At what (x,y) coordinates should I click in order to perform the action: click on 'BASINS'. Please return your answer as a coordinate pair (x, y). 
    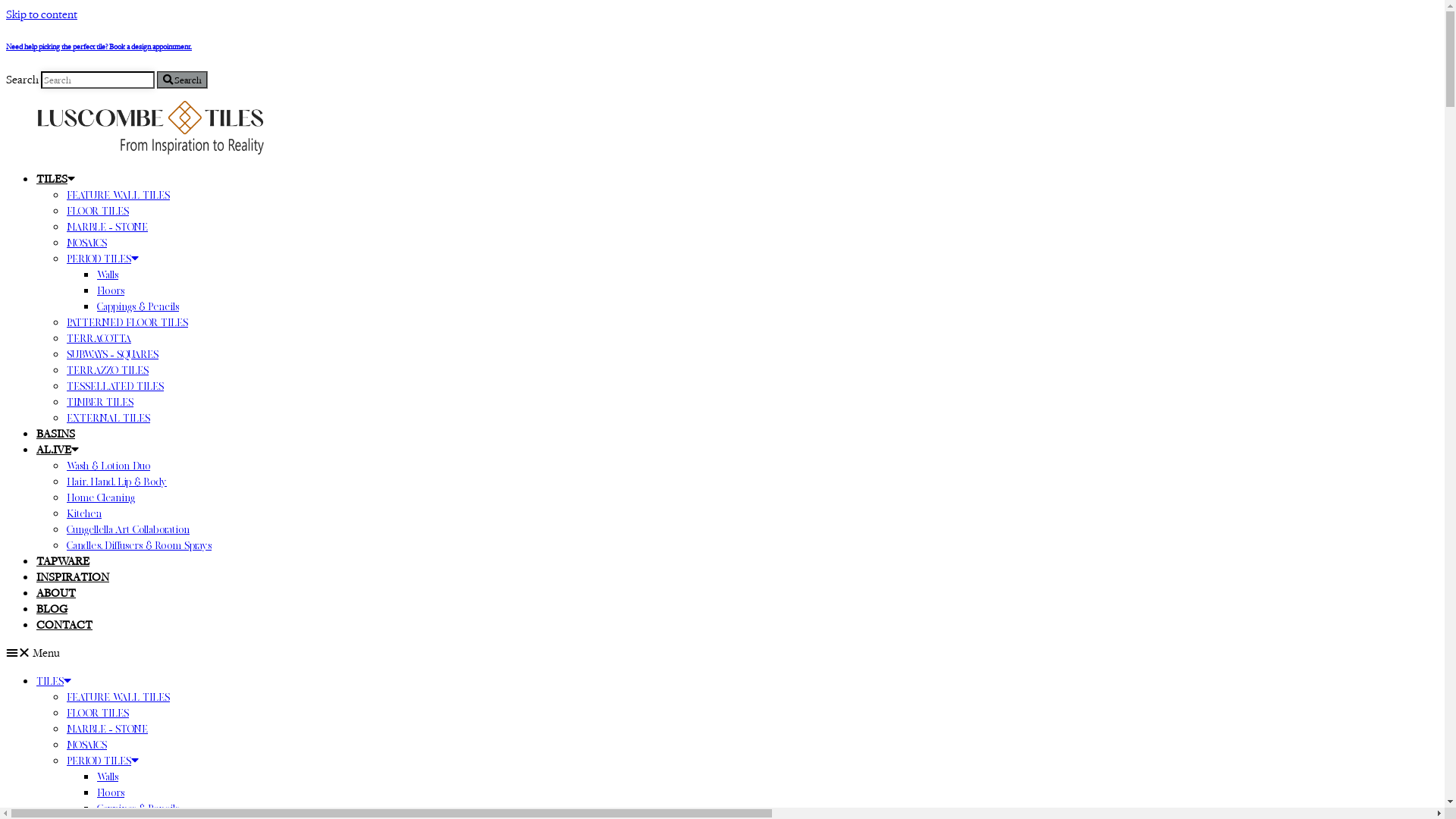
    Looking at the image, I should click on (55, 433).